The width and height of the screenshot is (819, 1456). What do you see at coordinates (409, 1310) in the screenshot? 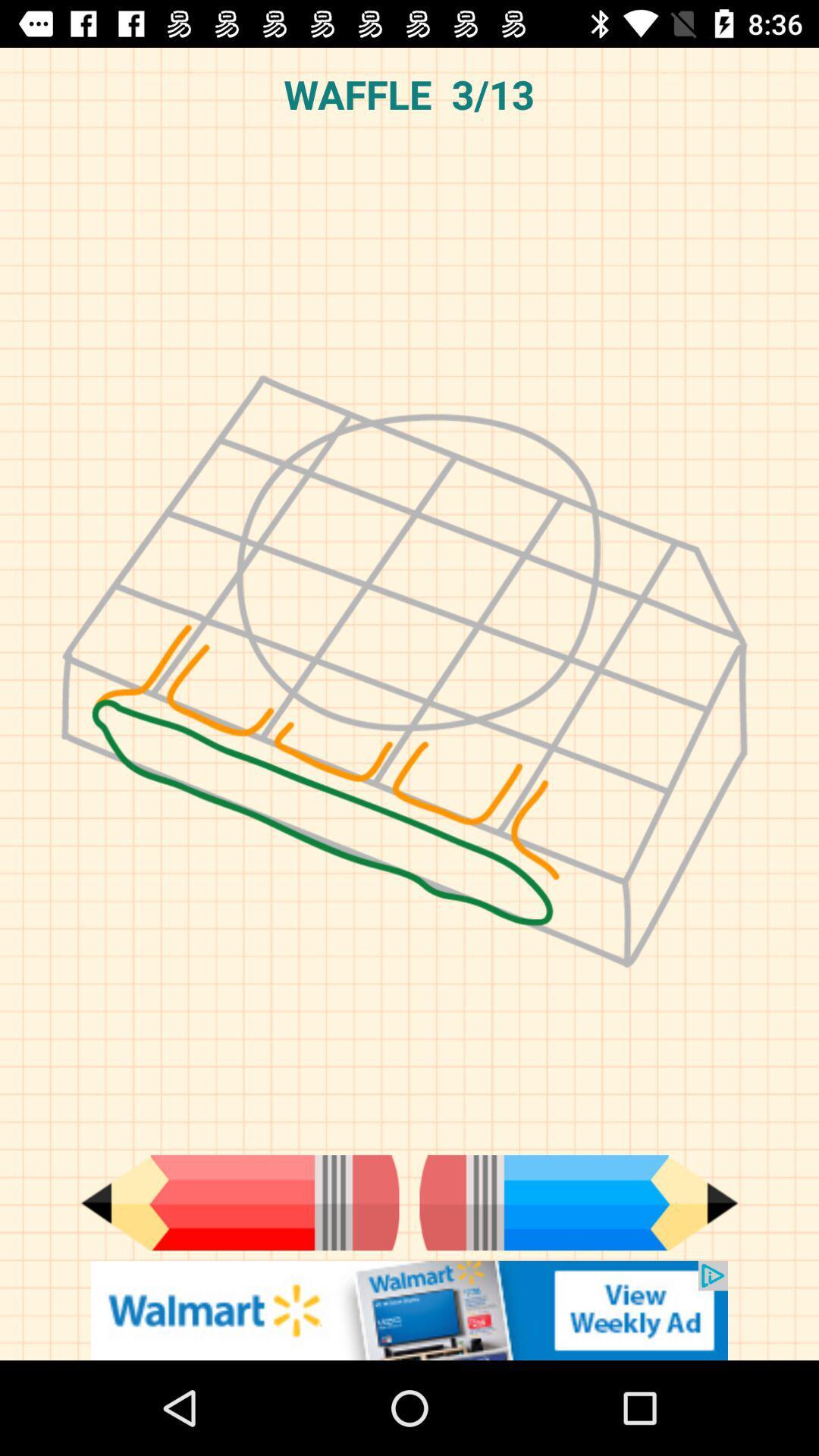
I see `goes to advertisement` at bounding box center [409, 1310].